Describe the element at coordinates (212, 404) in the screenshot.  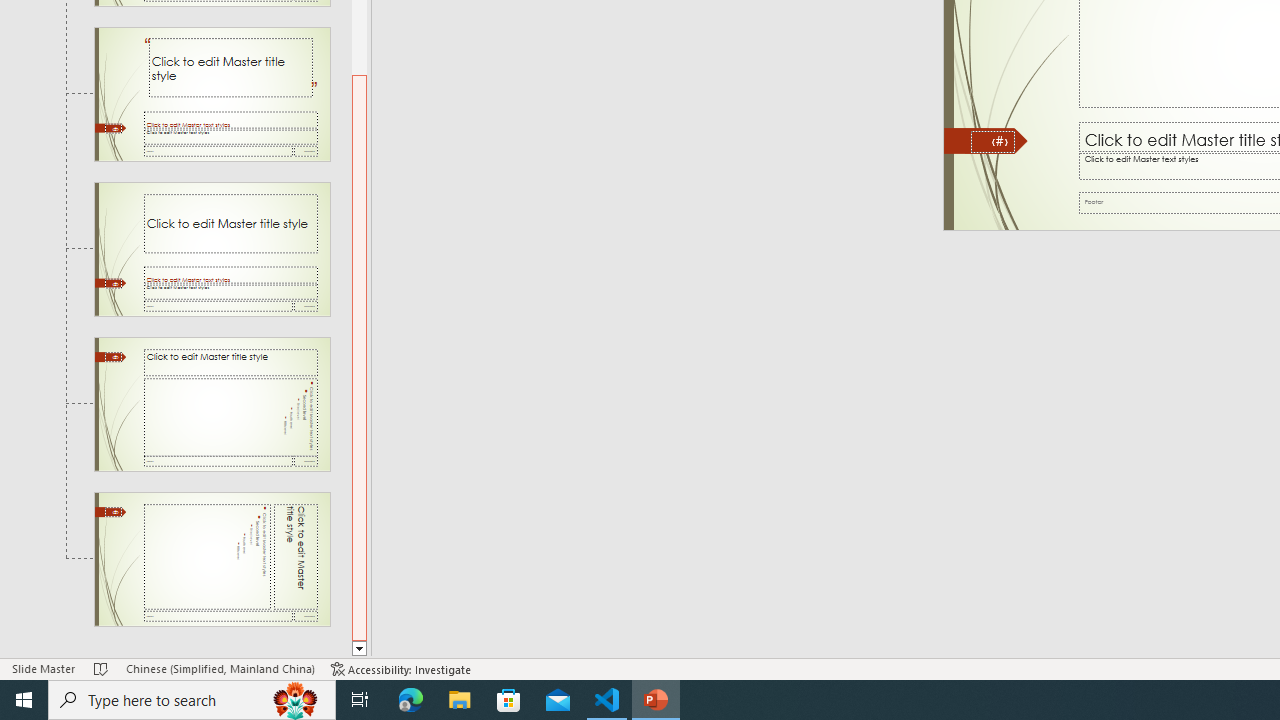
I see `'Slide Title and Vertical Text Layout: used by no slides'` at that location.